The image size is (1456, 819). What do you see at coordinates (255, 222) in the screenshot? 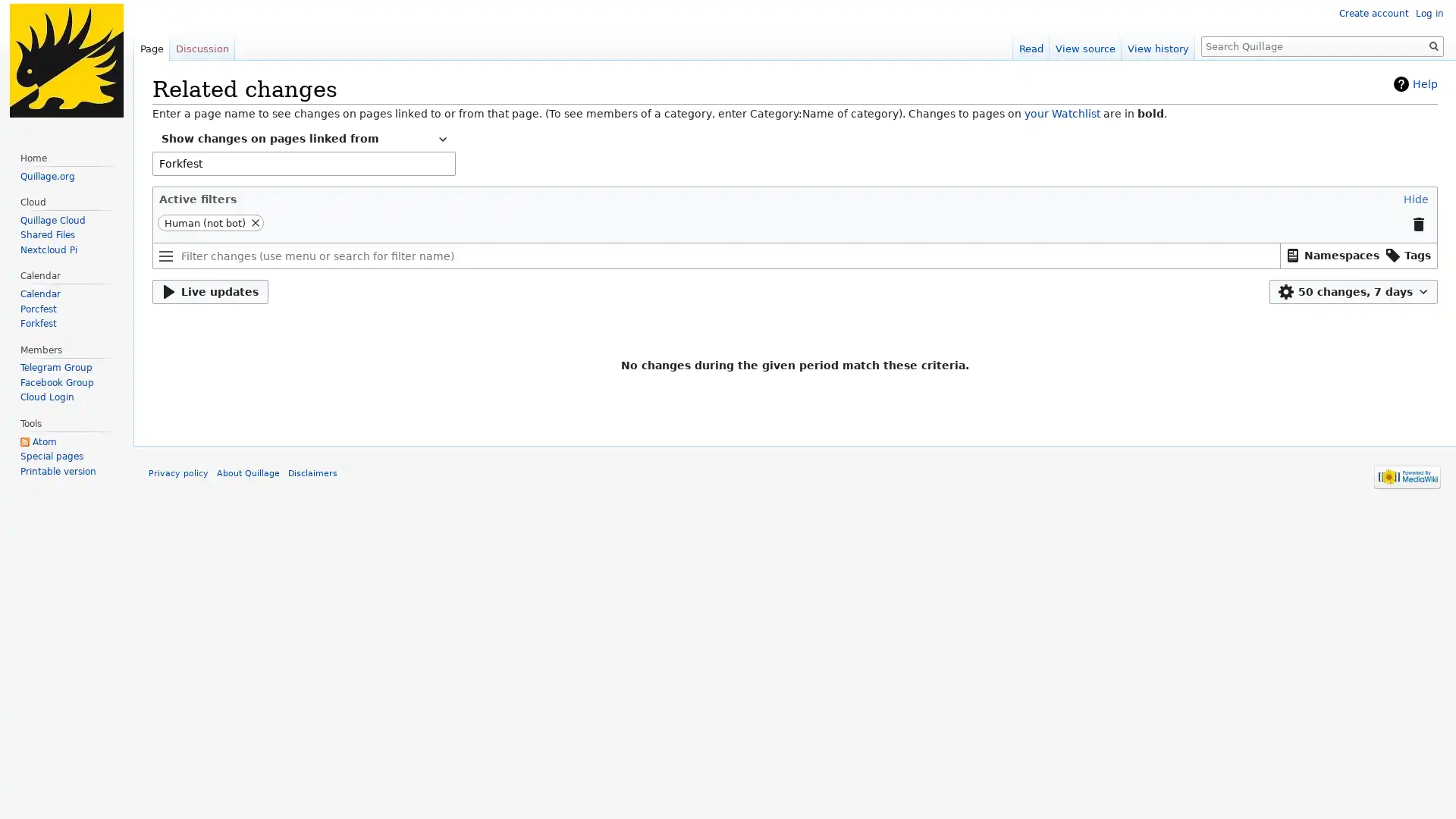
I see `Remove 'Human (not bot)'` at bounding box center [255, 222].